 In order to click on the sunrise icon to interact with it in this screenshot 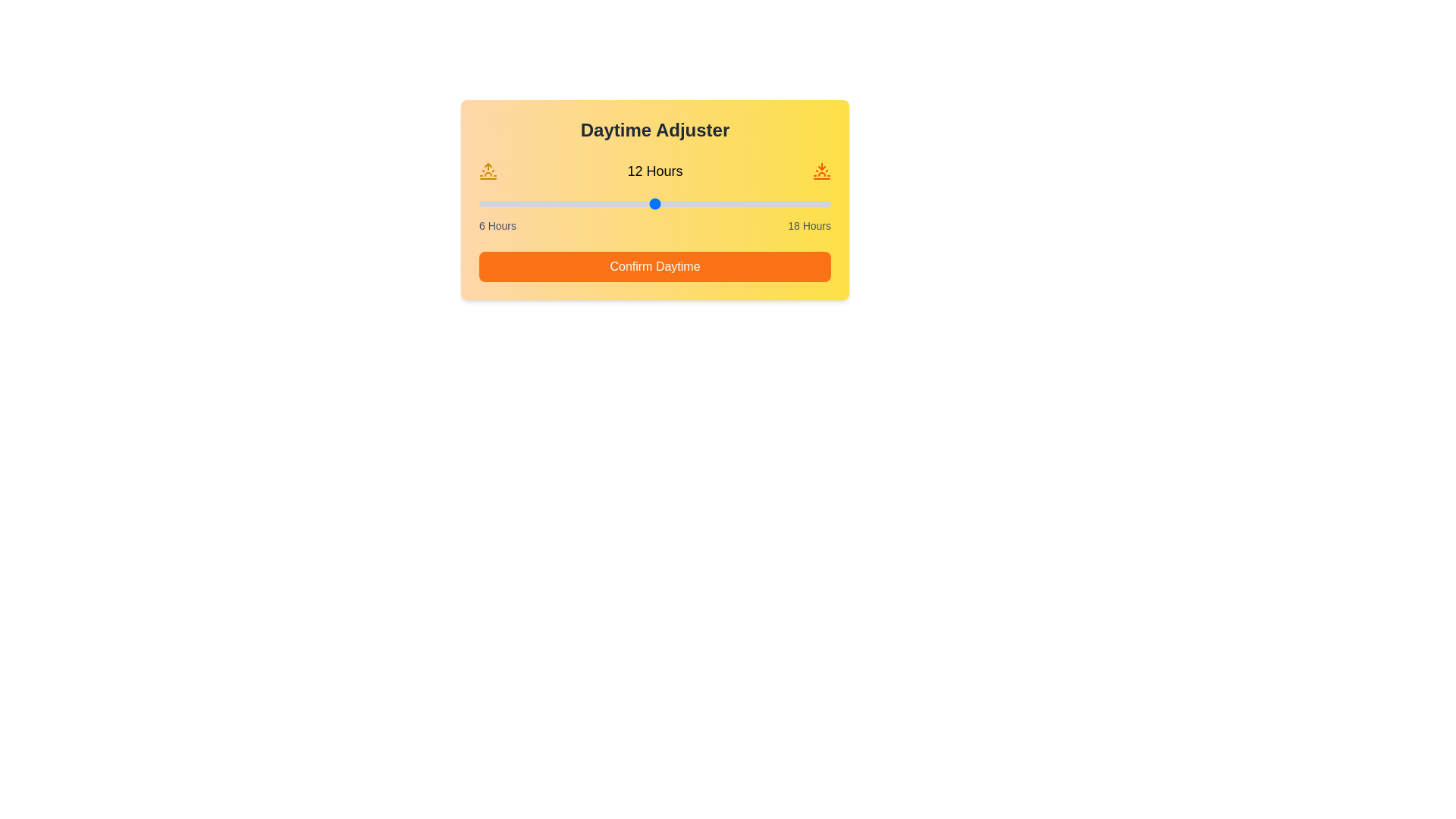, I will do `click(488, 171)`.